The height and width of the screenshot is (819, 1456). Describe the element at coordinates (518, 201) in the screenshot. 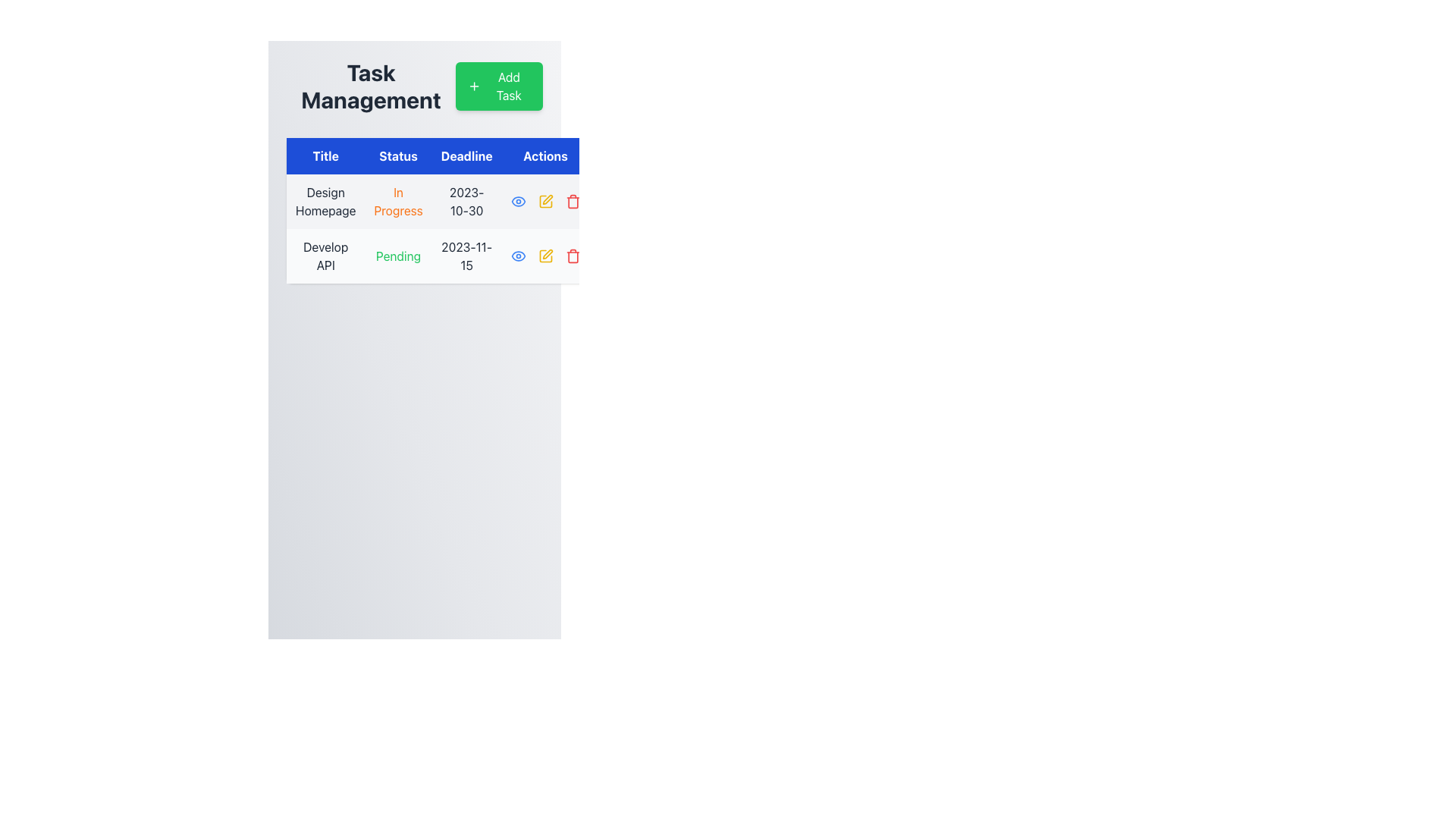

I see `the elliptical outline part of the eye icon in the 'Actions' column adjacent to the 'Develop API' task row` at that location.